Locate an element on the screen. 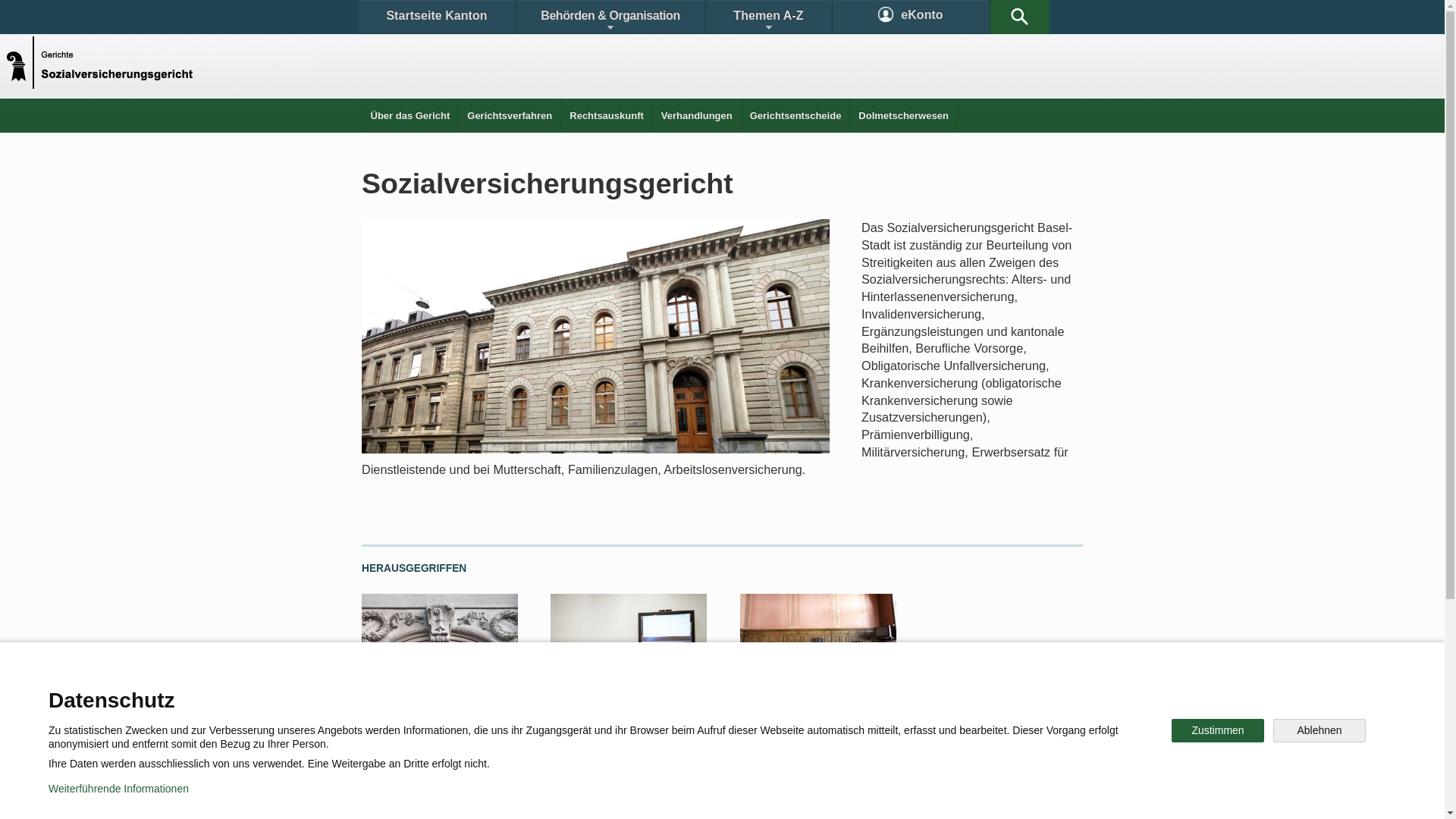 The height and width of the screenshot is (819, 1456). 'Themen A-Z' is located at coordinates (767, 17).